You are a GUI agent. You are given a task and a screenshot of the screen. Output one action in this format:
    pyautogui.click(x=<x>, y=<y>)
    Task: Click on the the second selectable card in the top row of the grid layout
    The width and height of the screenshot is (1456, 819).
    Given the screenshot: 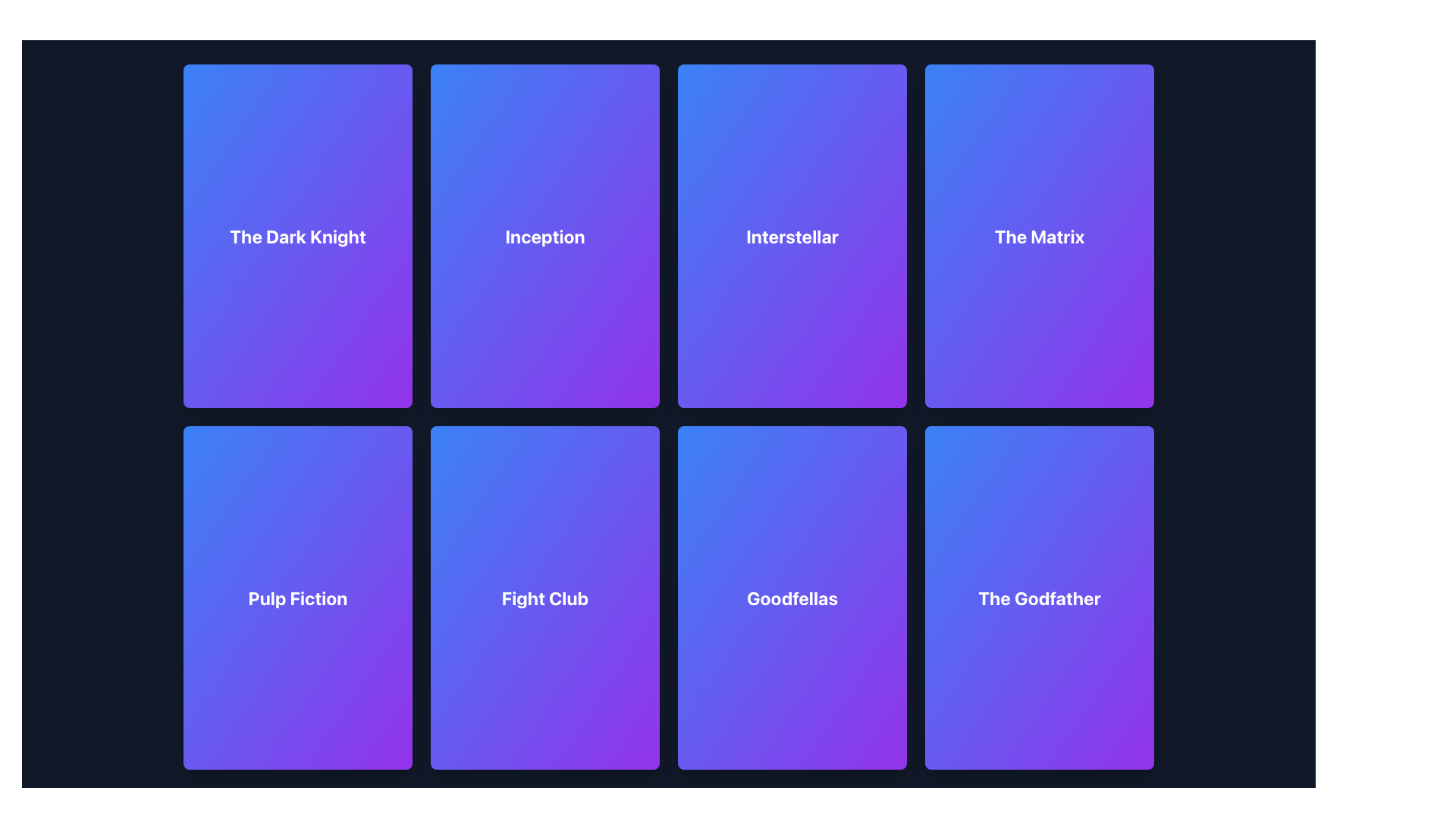 What is the action you would take?
    pyautogui.click(x=545, y=236)
    